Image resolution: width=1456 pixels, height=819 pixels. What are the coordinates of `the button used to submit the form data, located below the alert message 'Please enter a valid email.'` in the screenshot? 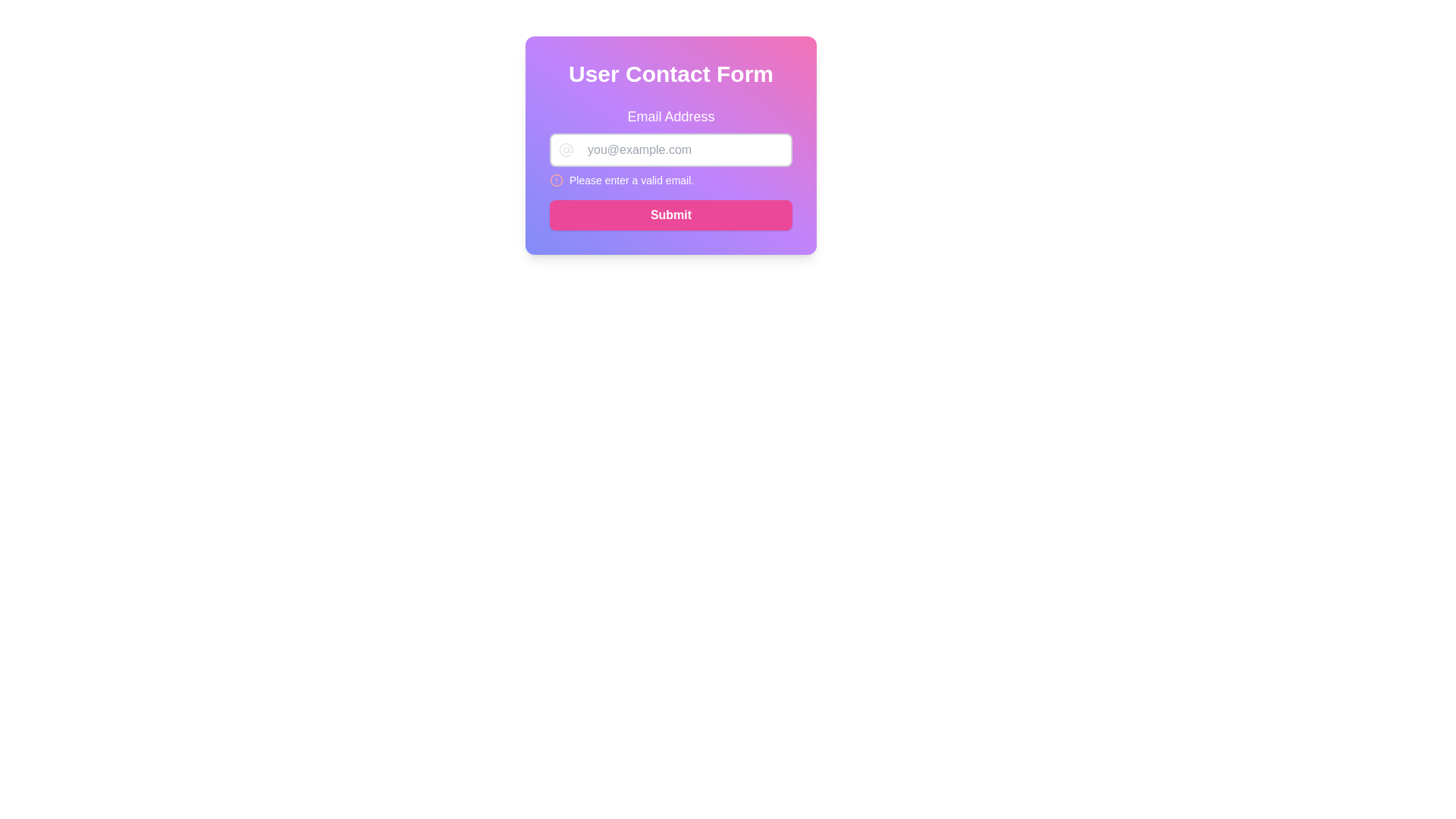 It's located at (670, 215).